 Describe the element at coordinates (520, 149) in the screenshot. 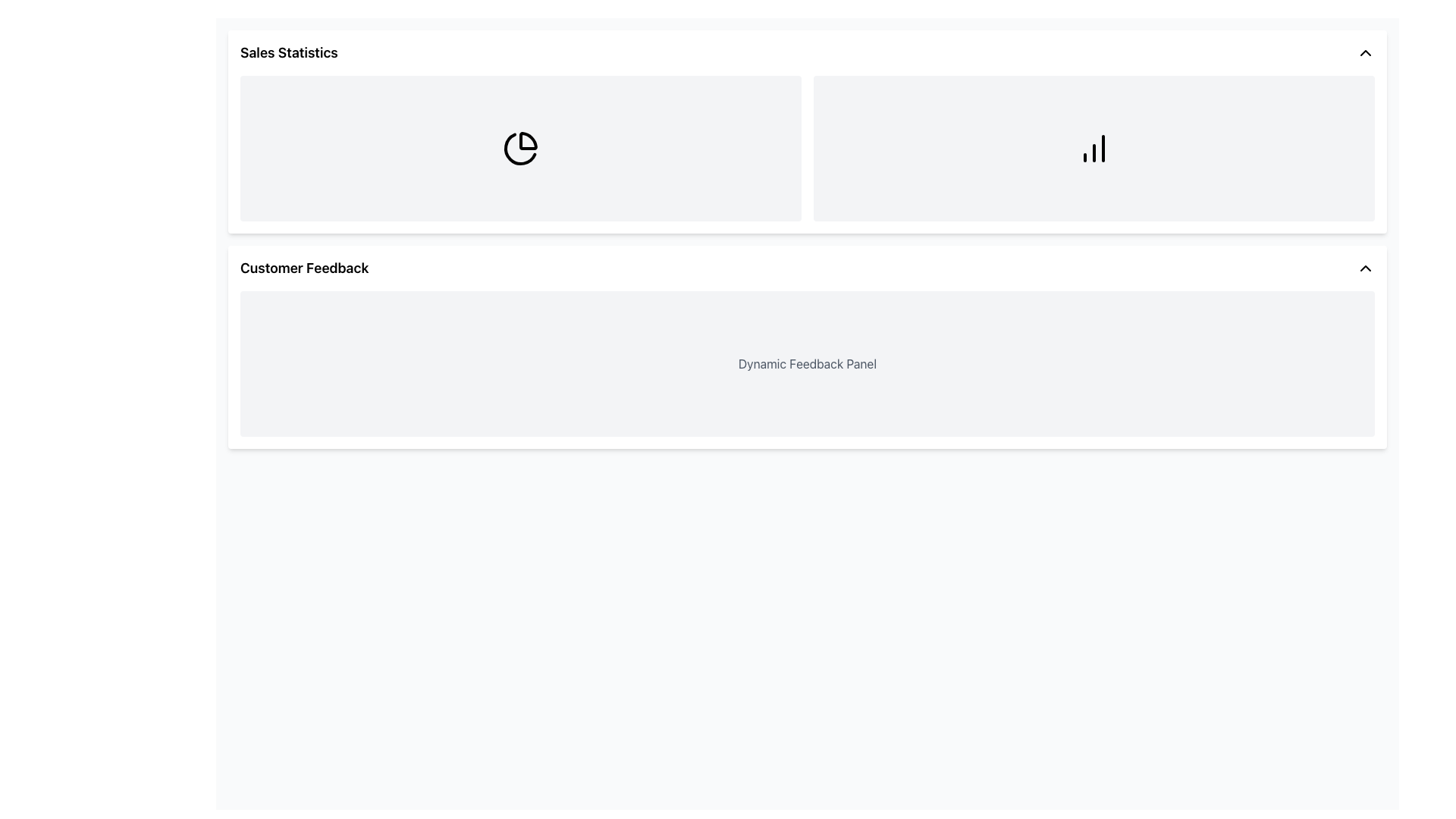

I see `the pie-chart-like icon that is centered under the 'Sales Statistics' section, which has a minimalist black line style design` at that location.